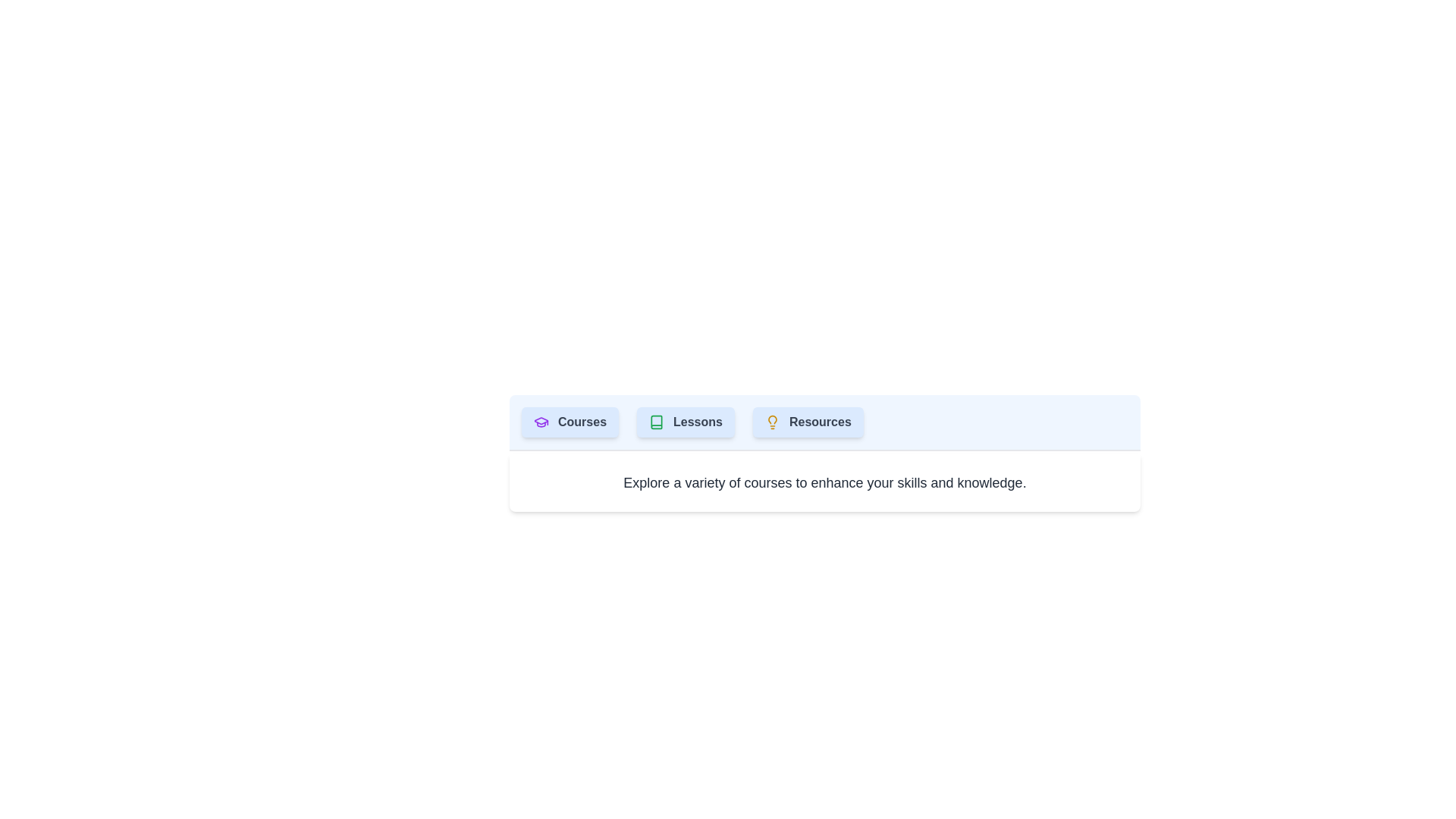 Image resolution: width=1456 pixels, height=819 pixels. What do you see at coordinates (807, 422) in the screenshot?
I see `the tab labeled Resources to view its content` at bounding box center [807, 422].